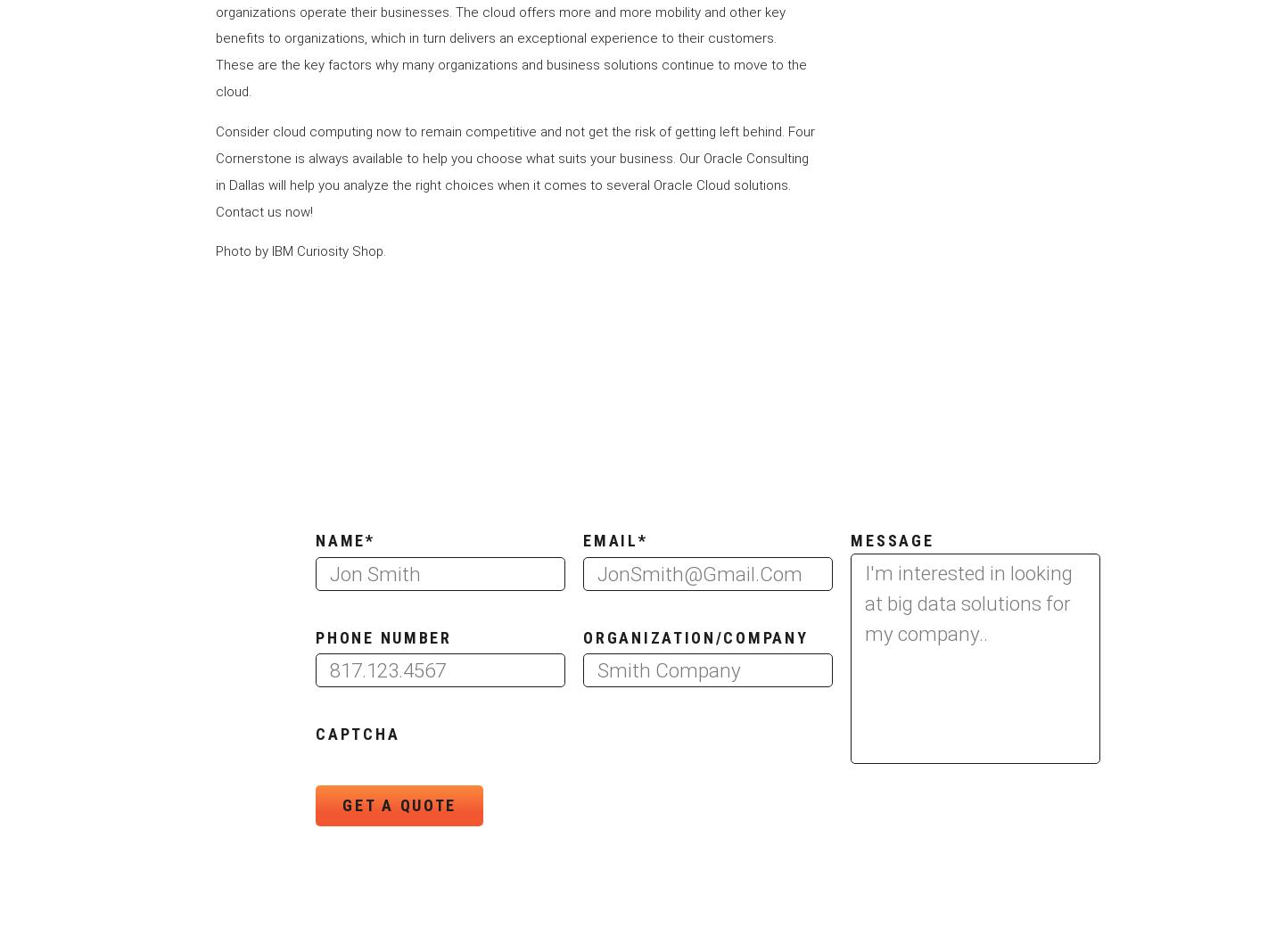 The width and height of the screenshot is (1284, 952). Describe the element at coordinates (514, 158) in the screenshot. I see `'Consider cloud computing now to remain competitive and not get the risk of getting left behind. Four Cornerstone is always available to help you choose what suits your business. Our Oracle Consulting in Dallas will help you analyze the right choices when it comes to several'` at that location.